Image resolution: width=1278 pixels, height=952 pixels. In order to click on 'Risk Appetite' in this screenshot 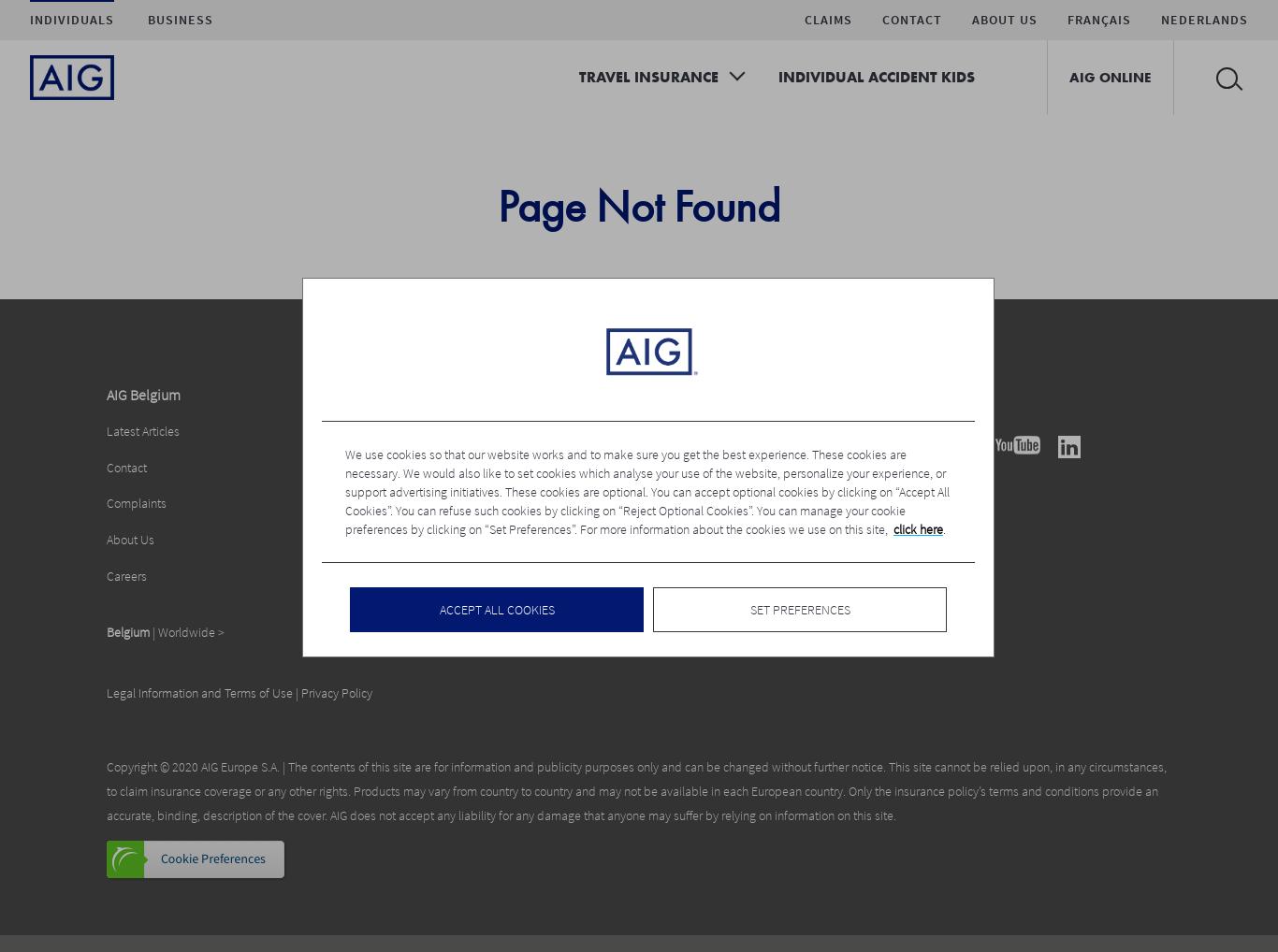, I will do `click(371, 467)`.